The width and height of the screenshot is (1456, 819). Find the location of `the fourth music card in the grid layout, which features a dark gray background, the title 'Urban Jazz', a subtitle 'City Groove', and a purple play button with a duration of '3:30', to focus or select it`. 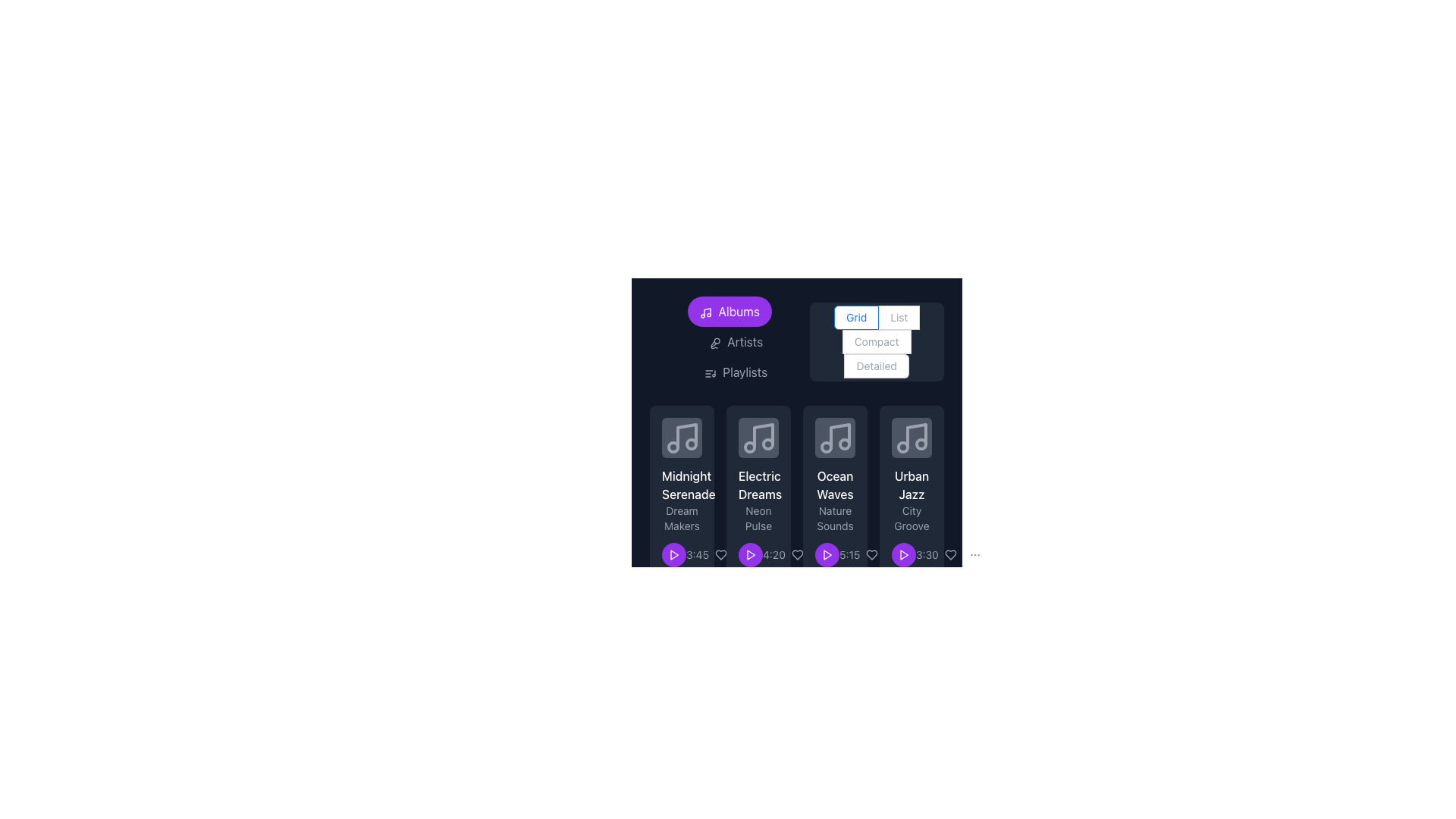

the fourth music card in the grid layout, which features a dark gray background, the title 'Urban Jazz', a subtitle 'City Groove', and a purple play button with a duration of '3:30', to focus or select it is located at coordinates (911, 492).